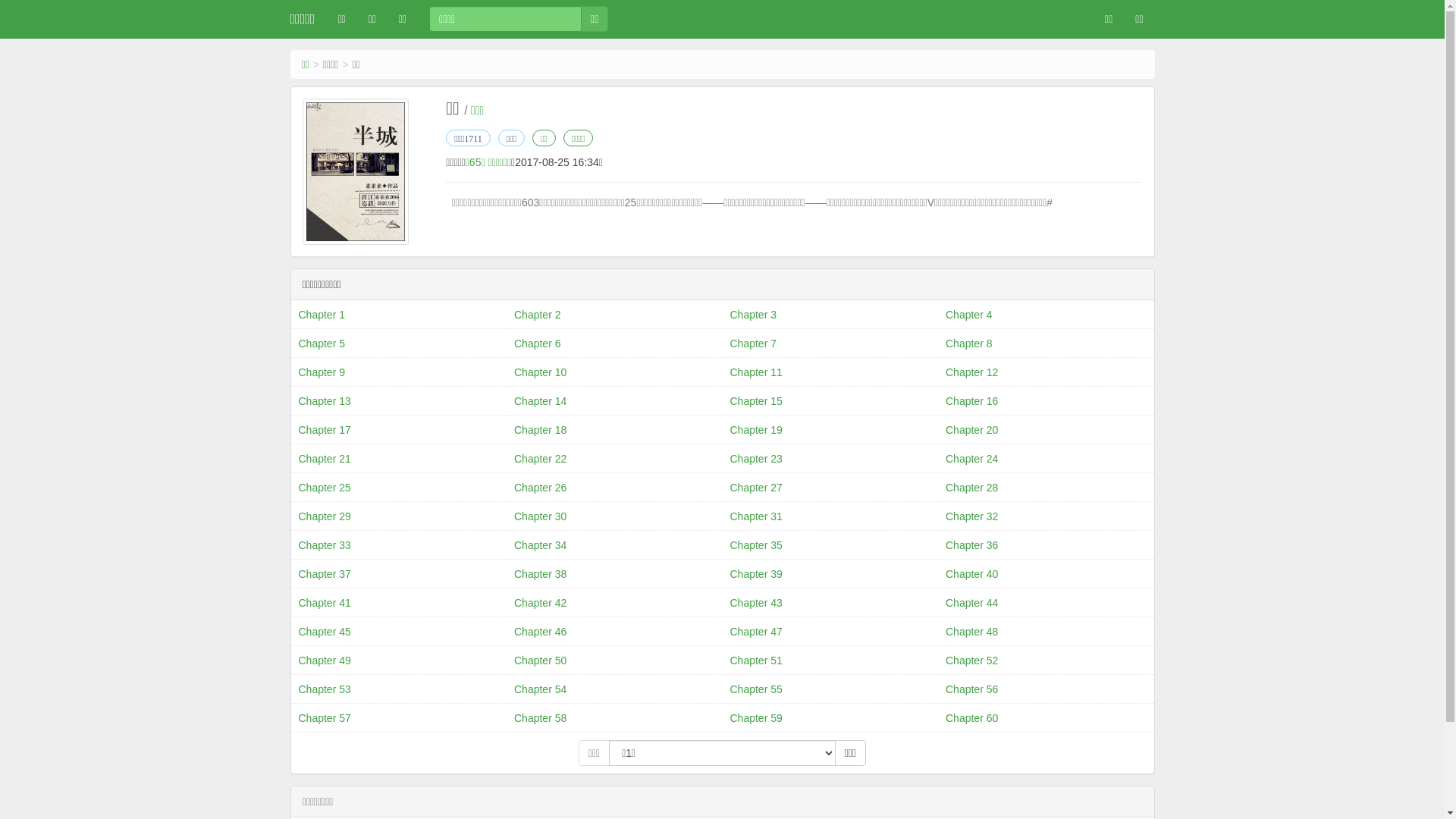 This screenshot has height=819, width=1456. Describe the element at coordinates (399, 516) in the screenshot. I see `'Chapter 29'` at that location.